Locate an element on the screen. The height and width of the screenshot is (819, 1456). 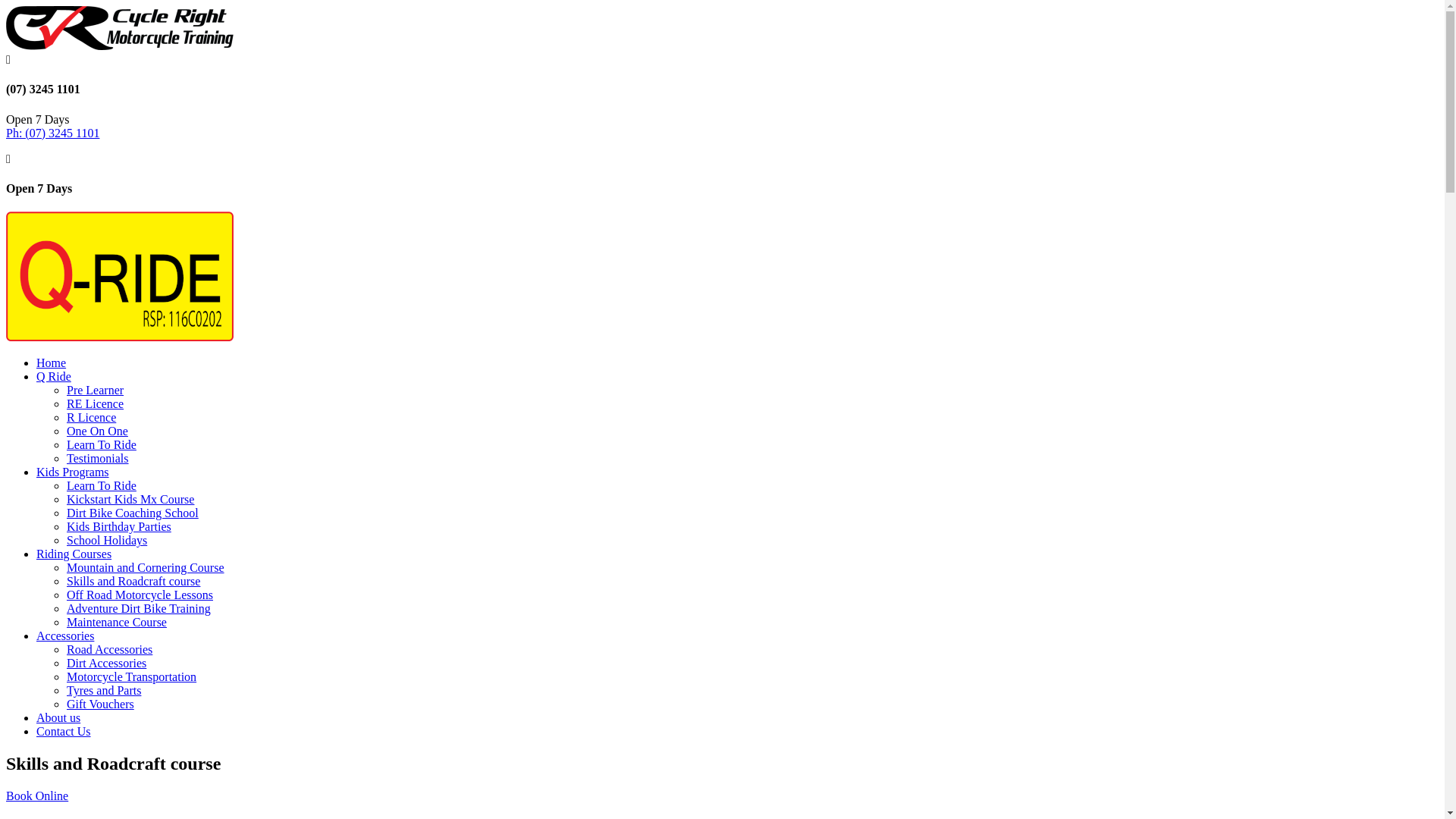
'School Holidays' is located at coordinates (105, 539).